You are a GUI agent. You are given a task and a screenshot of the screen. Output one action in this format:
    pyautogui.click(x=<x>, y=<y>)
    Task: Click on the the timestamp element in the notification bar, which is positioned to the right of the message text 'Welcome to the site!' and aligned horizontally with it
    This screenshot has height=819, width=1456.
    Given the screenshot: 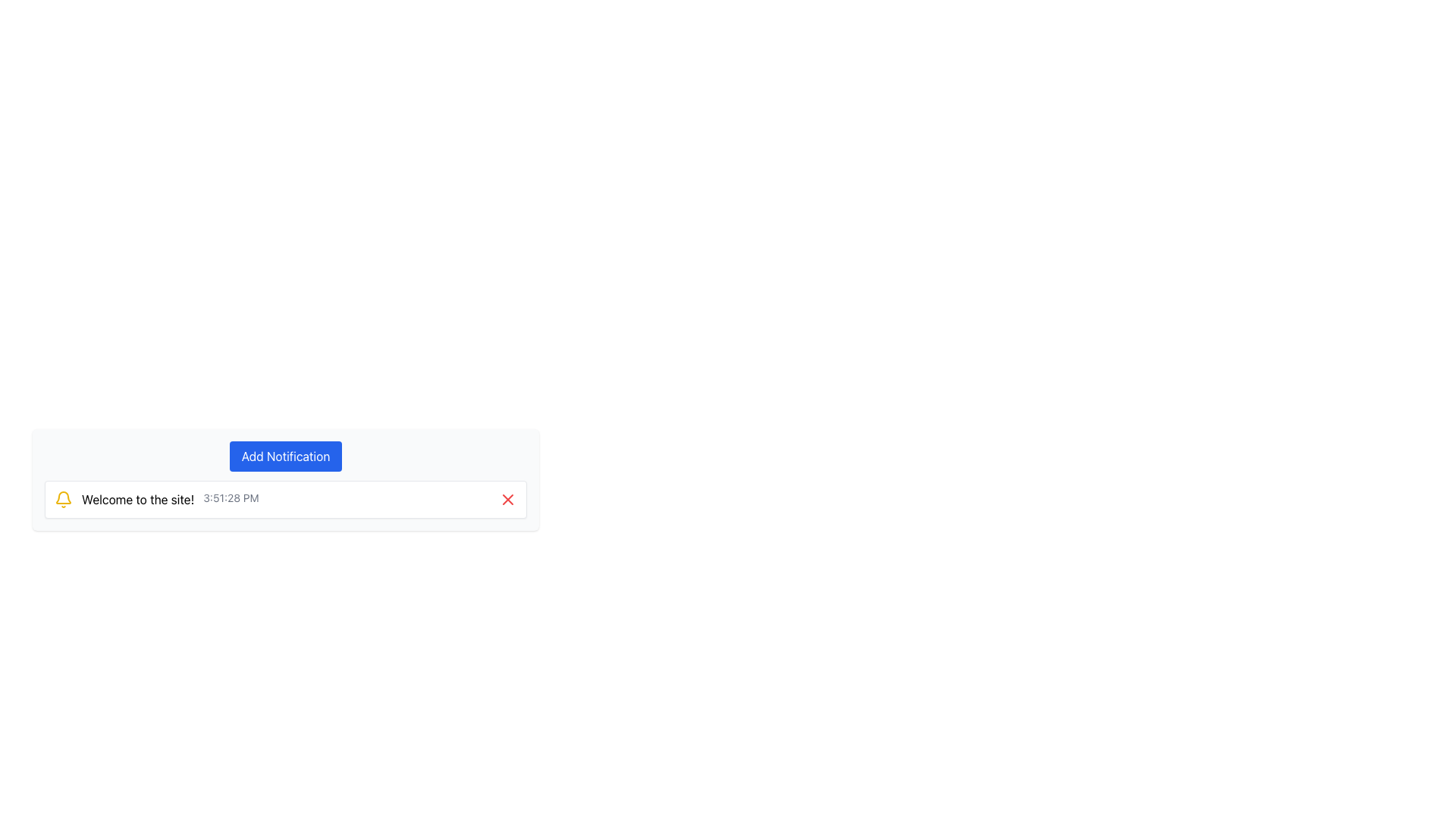 What is the action you would take?
    pyautogui.click(x=231, y=500)
    